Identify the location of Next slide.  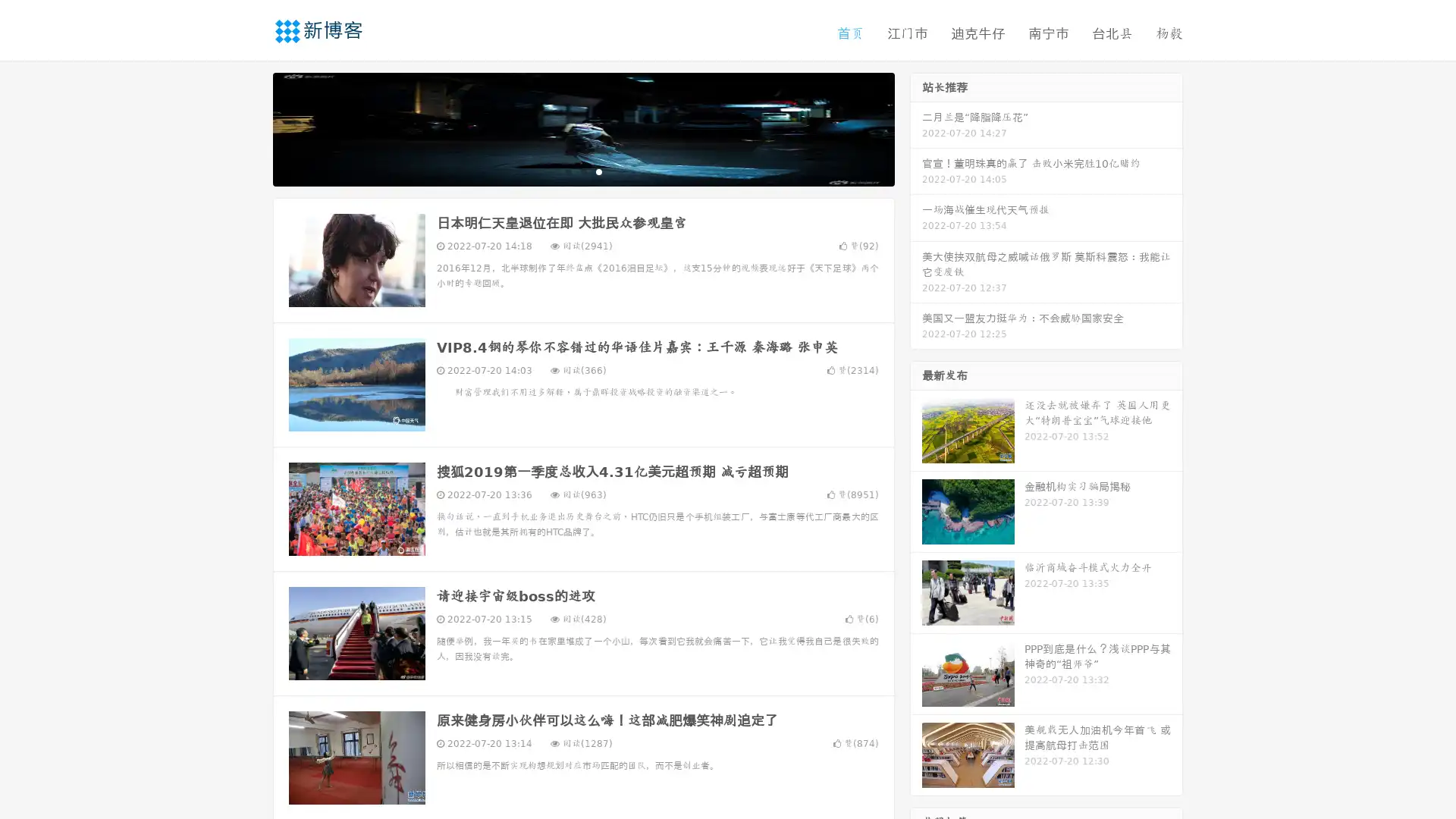
(916, 127).